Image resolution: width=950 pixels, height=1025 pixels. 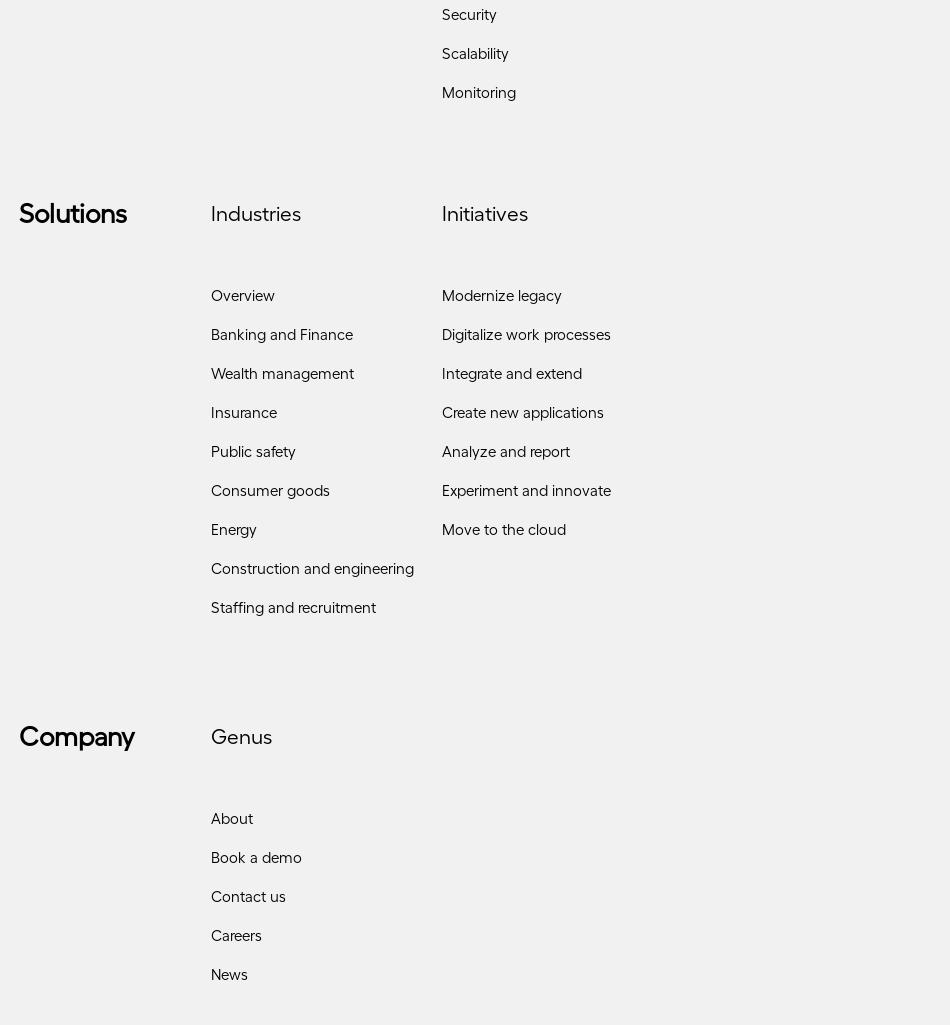 What do you see at coordinates (229, 980) in the screenshot?
I see `'News'` at bounding box center [229, 980].